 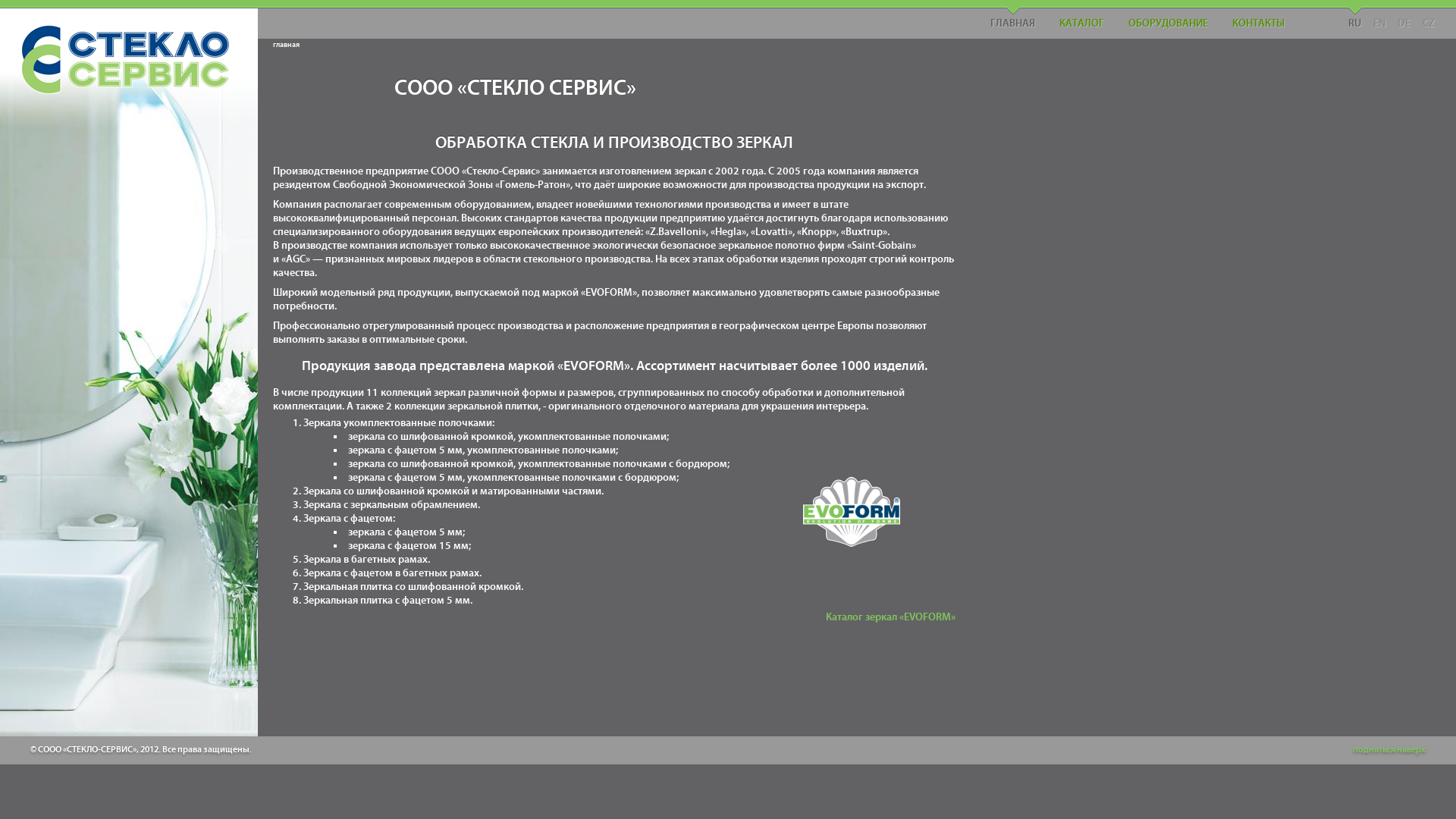 What do you see at coordinates (1403, 18) in the screenshot?
I see `'DE'` at bounding box center [1403, 18].